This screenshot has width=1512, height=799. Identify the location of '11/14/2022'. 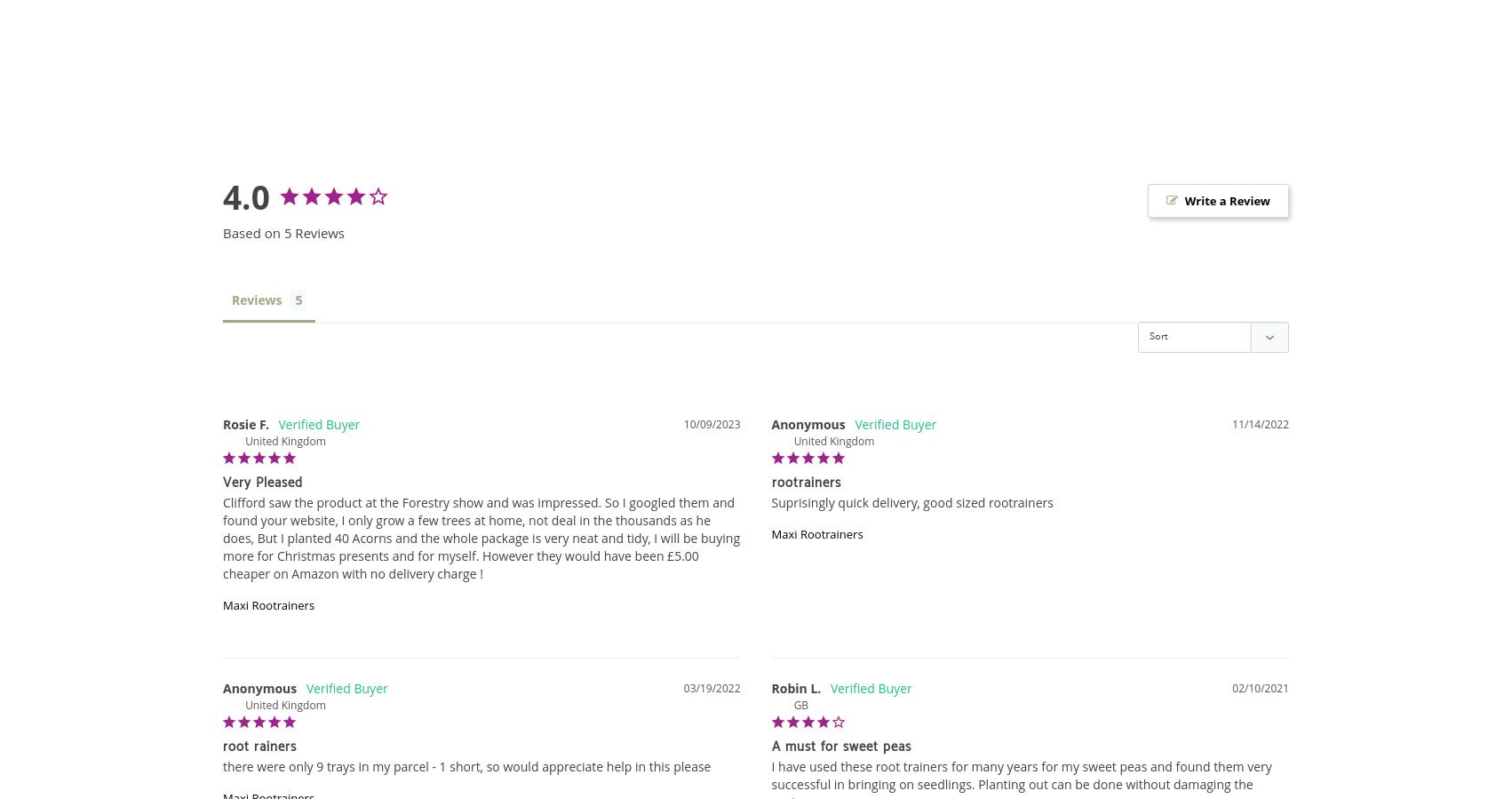
(1259, 423).